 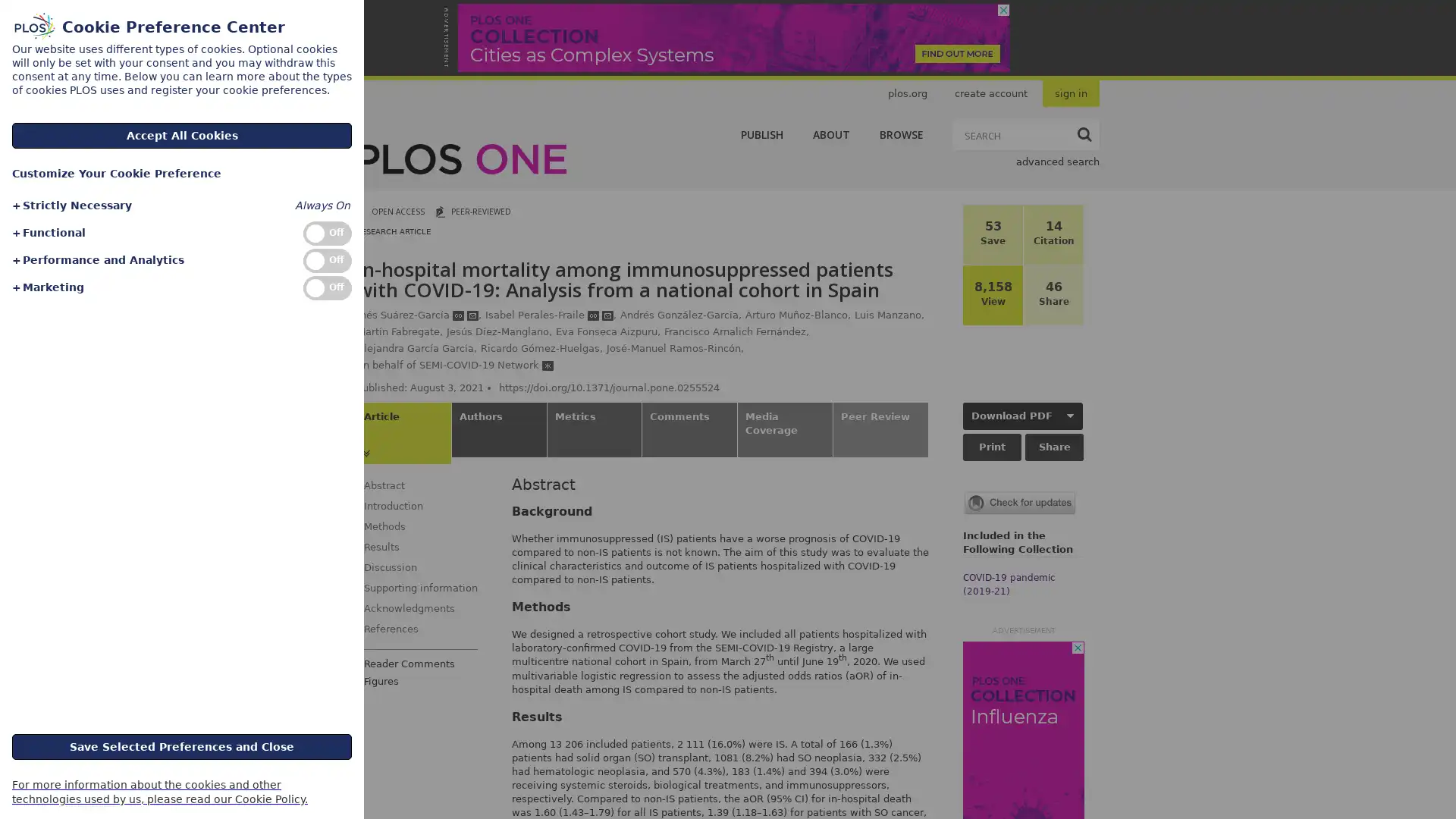 What do you see at coordinates (182, 745) in the screenshot?
I see `Save Selected Preferences and Close` at bounding box center [182, 745].